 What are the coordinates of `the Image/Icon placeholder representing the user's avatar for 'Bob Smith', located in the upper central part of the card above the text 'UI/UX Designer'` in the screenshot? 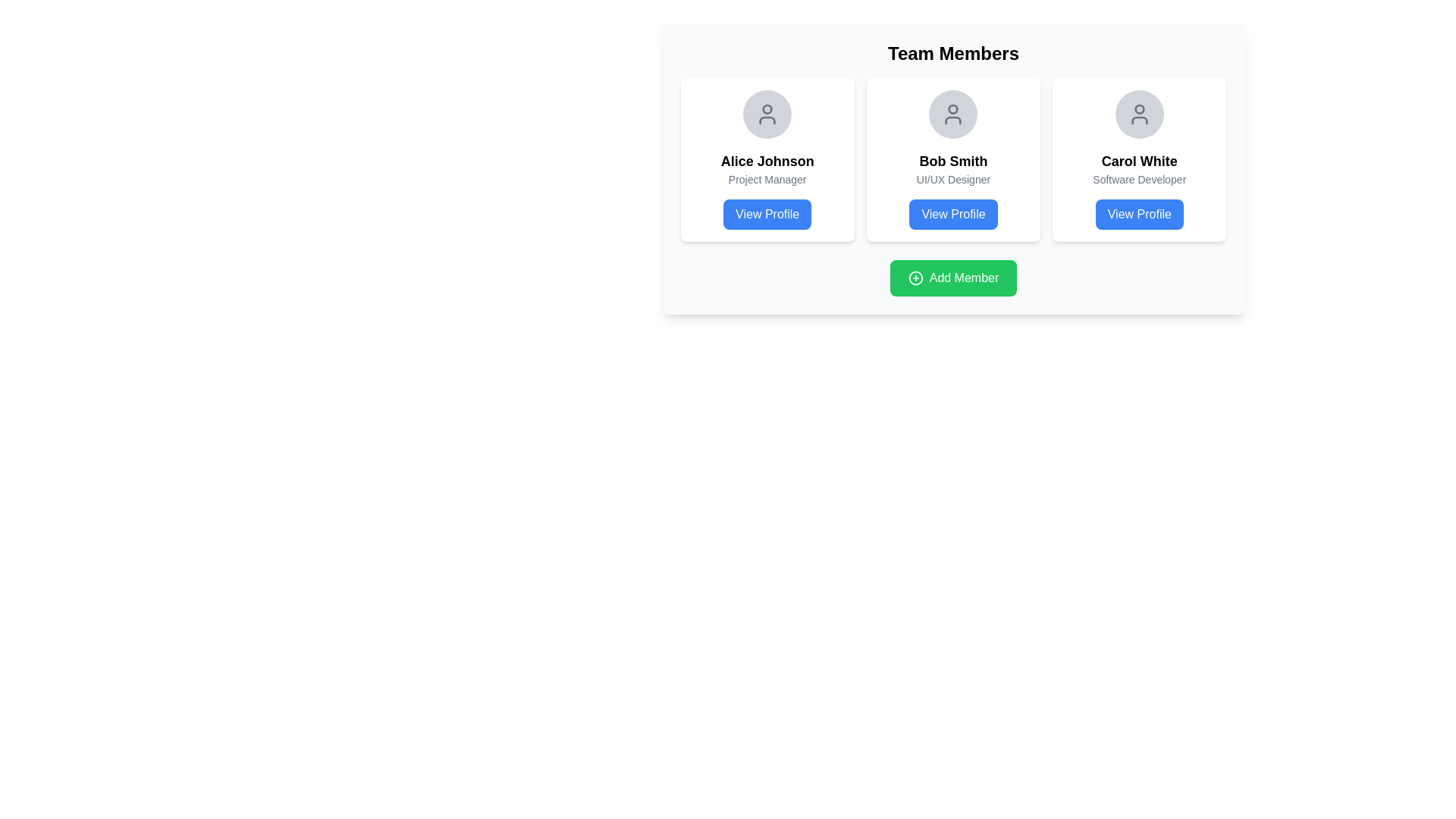 It's located at (952, 113).